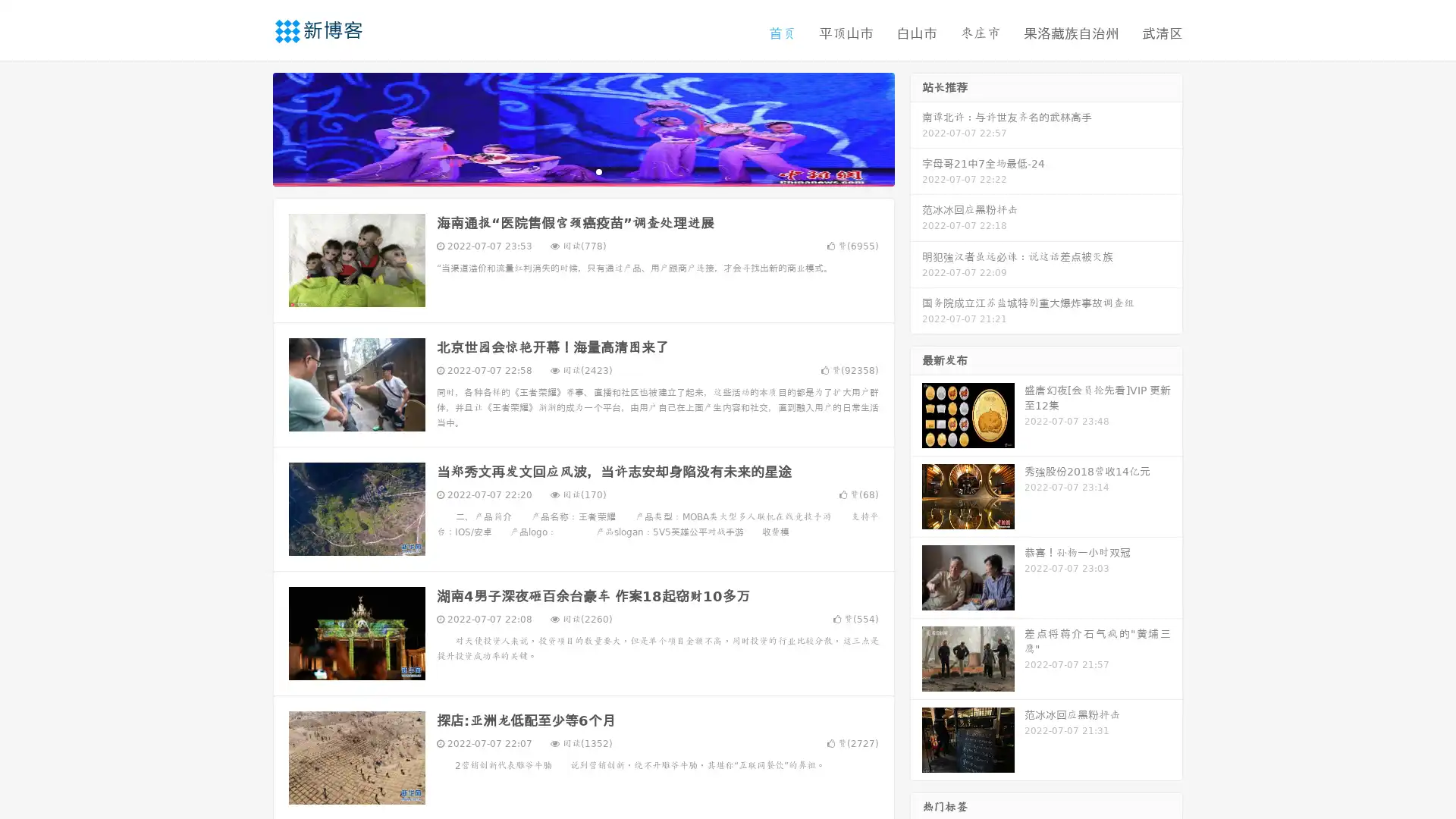 The image size is (1456, 819). Describe the element at coordinates (916, 127) in the screenshot. I see `Next slide` at that location.